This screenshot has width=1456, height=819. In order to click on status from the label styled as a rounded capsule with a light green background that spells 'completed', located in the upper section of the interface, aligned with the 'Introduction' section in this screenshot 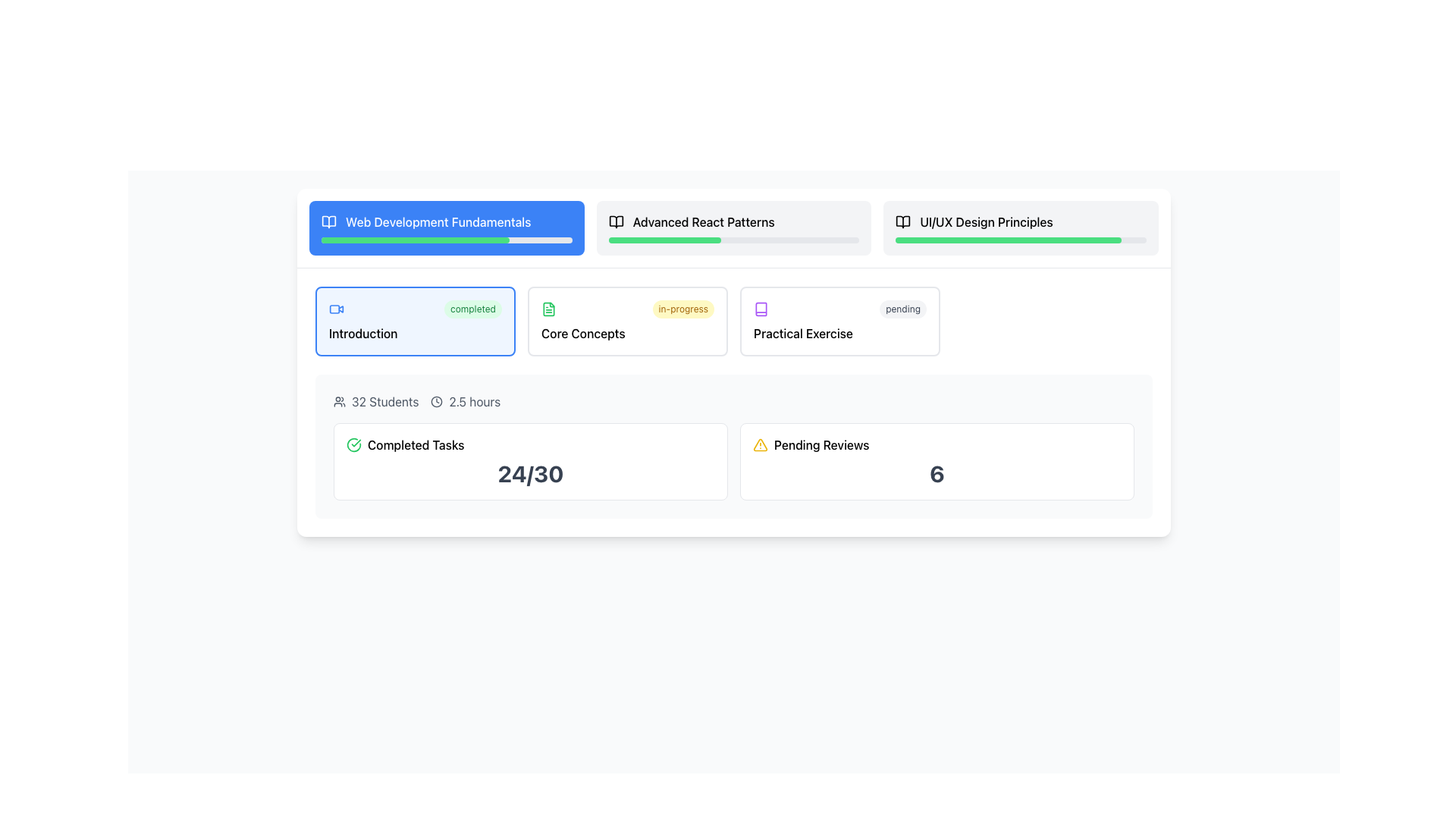, I will do `click(472, 309)`.